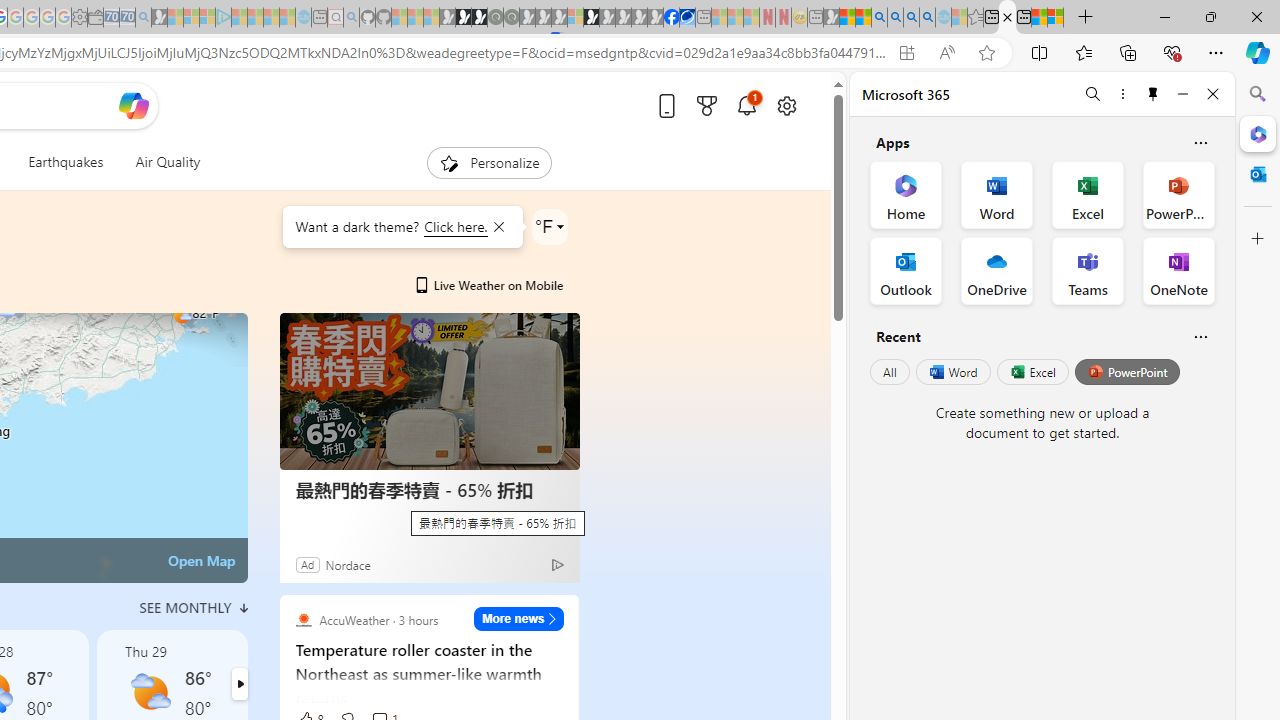  Describe the element at coordinates (831, 17) in the screenshot. I see `'MSN - Sleeping'` at that location.